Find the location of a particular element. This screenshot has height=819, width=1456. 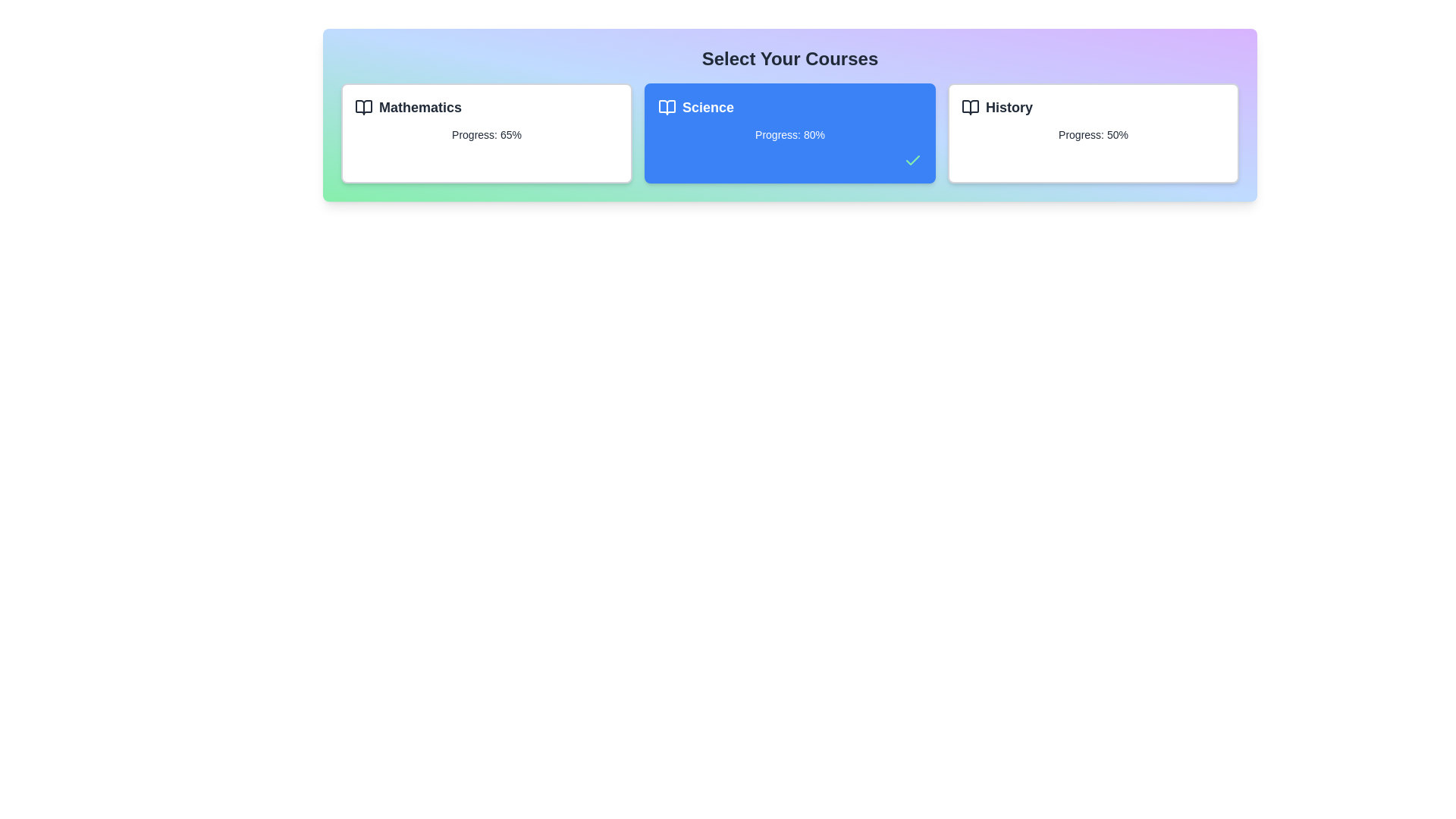

the decorative icon of the course card corresponding to Mathematics is located at coordinates (364, 107).